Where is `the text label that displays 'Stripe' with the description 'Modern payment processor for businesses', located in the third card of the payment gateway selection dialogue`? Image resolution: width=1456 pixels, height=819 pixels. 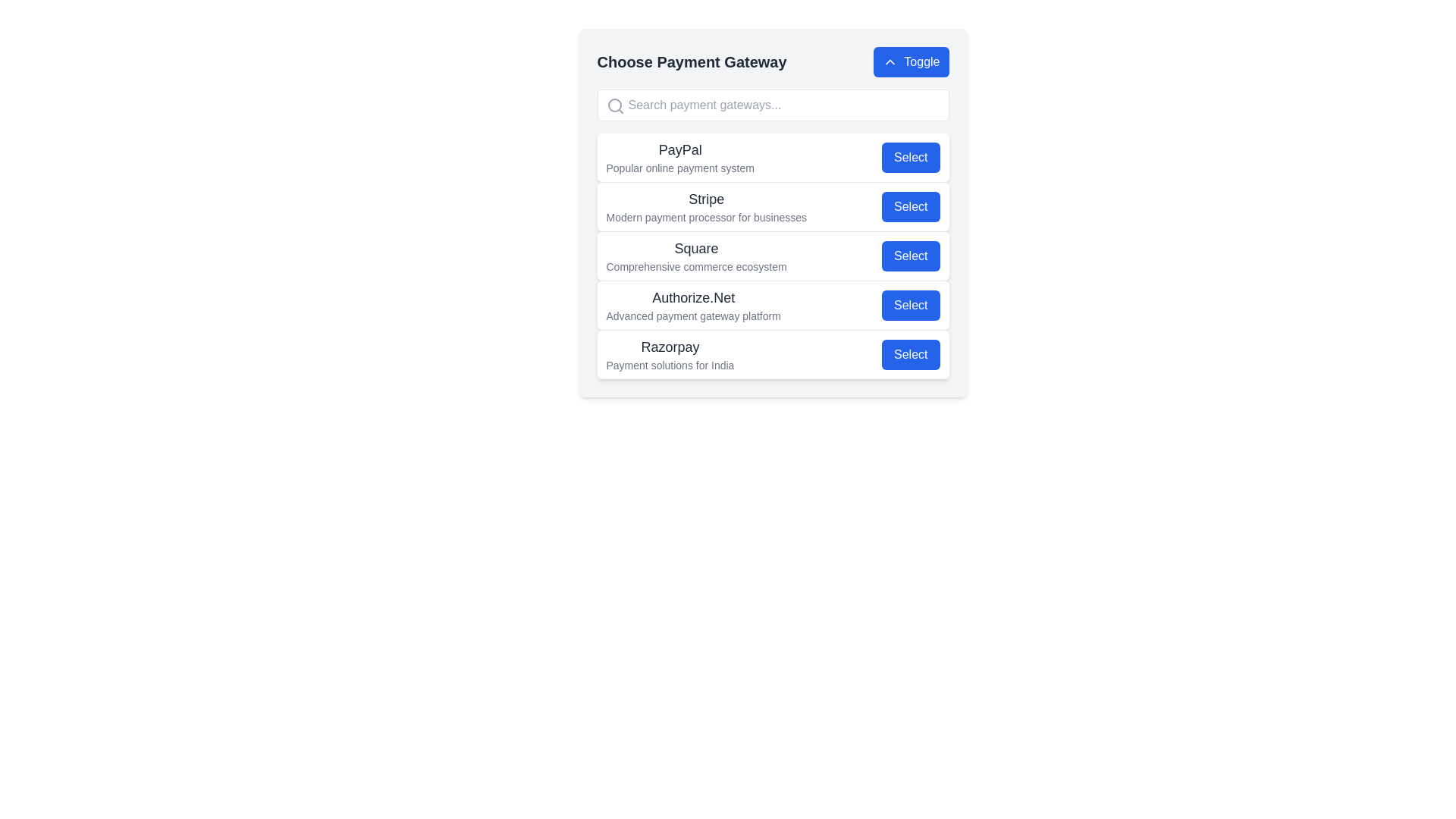 the text label that displays 'Stripe' with the description 'Modern payment processor for businesses', located in the third card of the payment gateway selection dialogue is located at coordinates (705, 207).